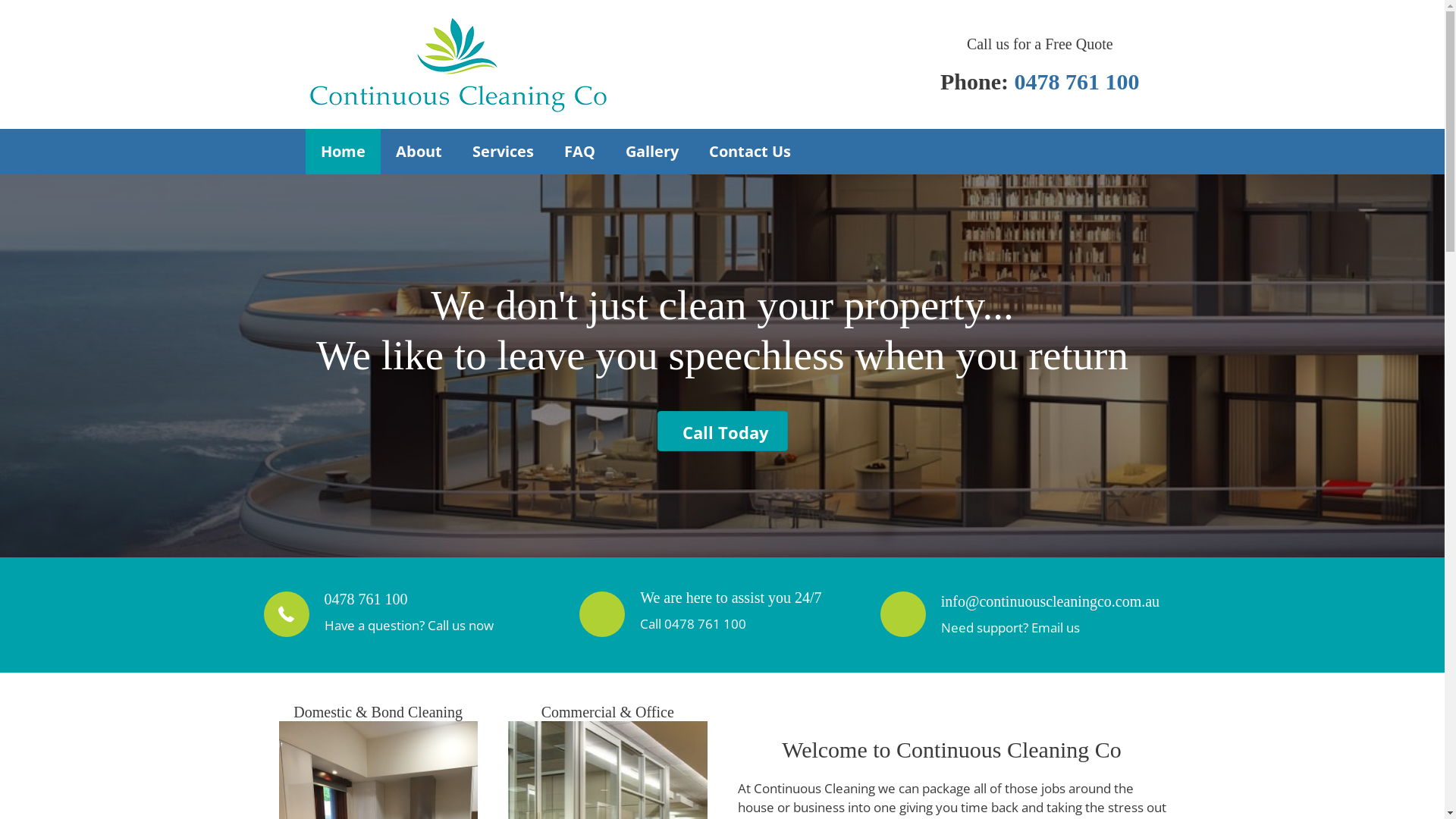 This screenshot has width=1456, height=819. What do you see at coordinates (419, 152) in the screenshot?
I see `'About'` at bounding box center [419, 152].